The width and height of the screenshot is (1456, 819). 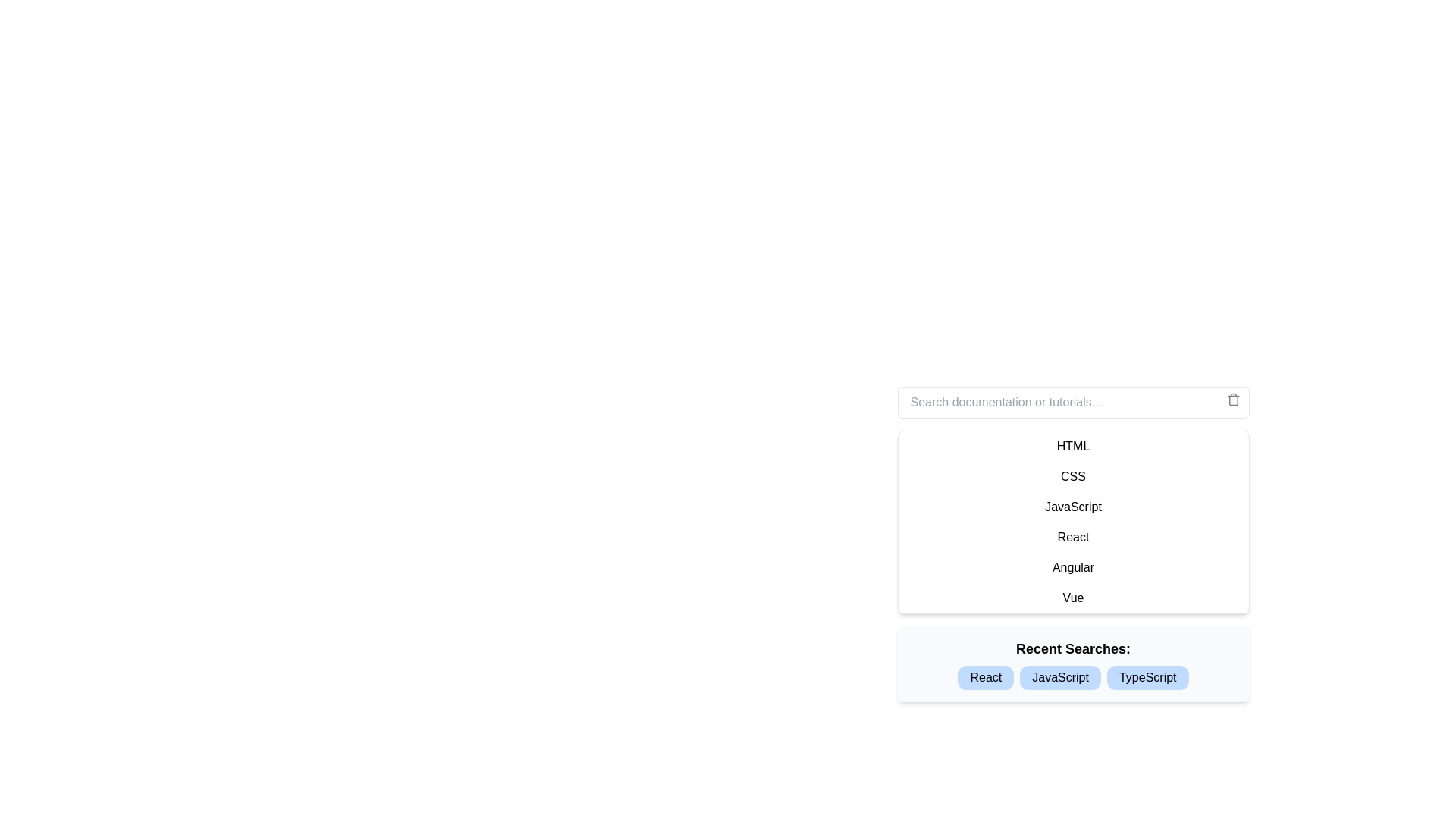 I want to click on the 'CSS' text button in the dropdown list, which is styled with a minimalist font and has a hover effect that changes the background to light blue, so click(x=1072, y=475).